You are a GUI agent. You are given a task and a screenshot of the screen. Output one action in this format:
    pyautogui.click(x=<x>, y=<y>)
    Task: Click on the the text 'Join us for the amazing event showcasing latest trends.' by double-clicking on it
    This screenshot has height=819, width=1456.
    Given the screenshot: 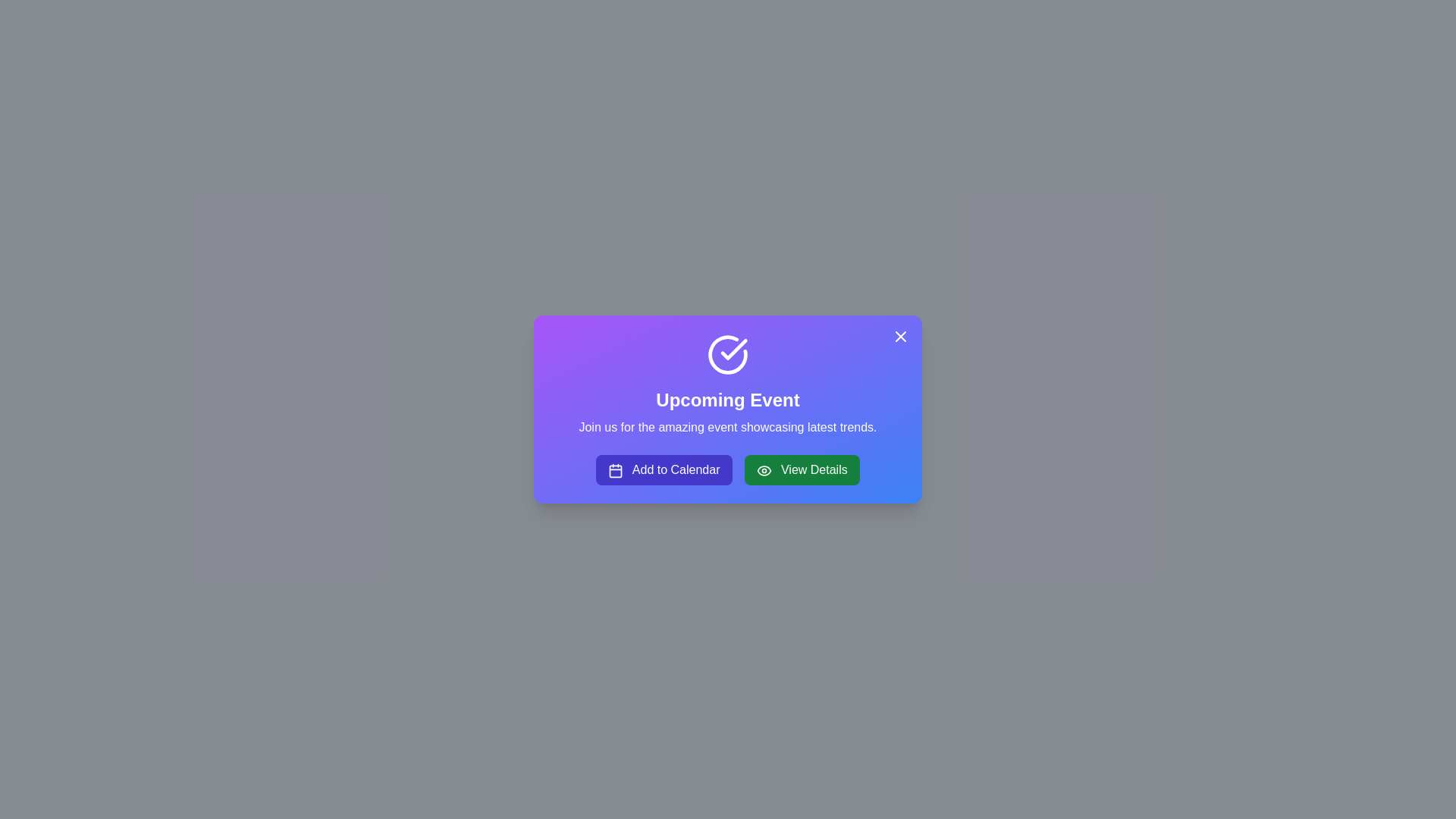 What is the action you would take?
    pyautogui.click(x=728, y=427)
    